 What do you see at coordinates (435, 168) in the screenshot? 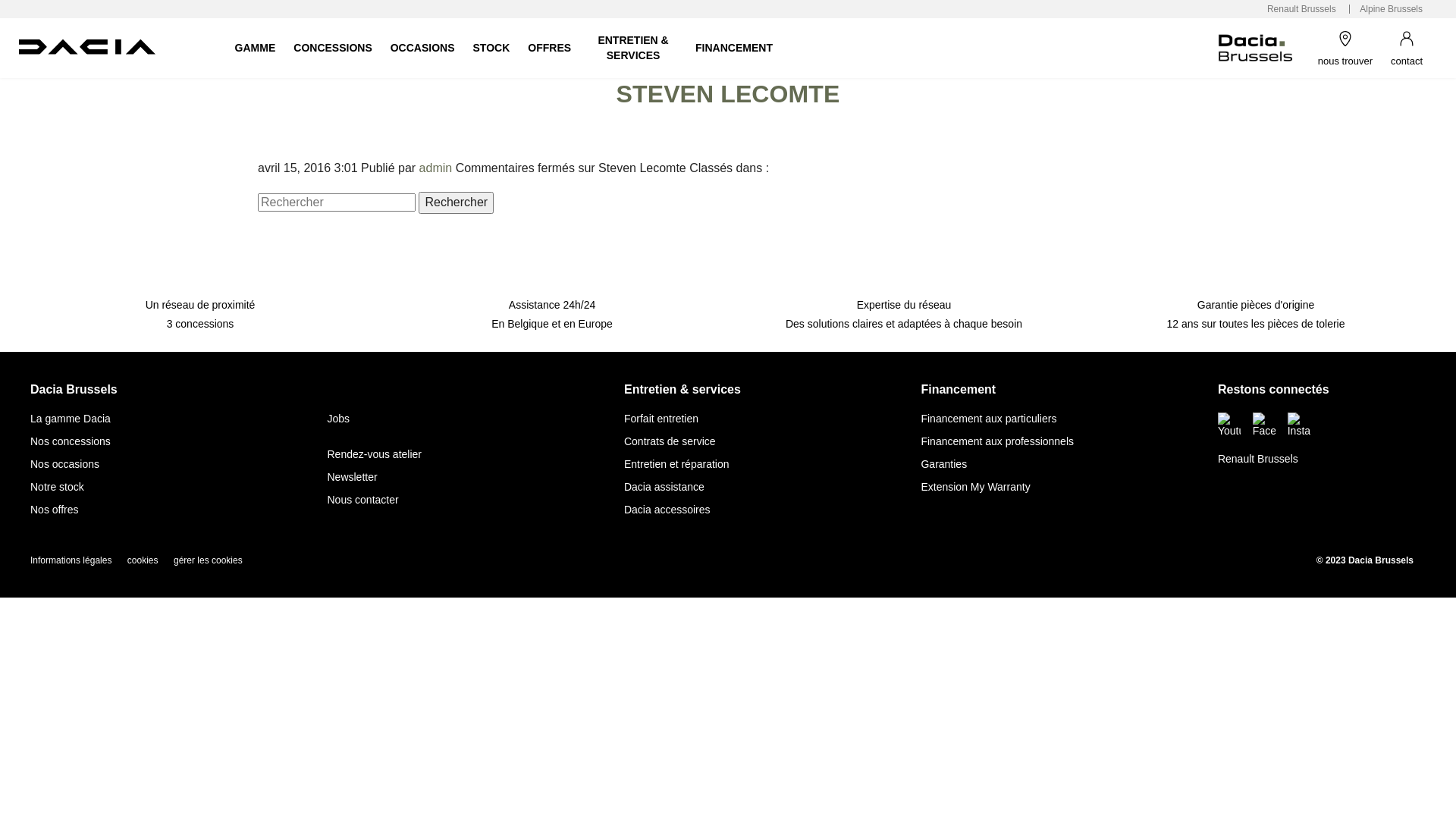
I see `'admin'` at bounding box center [435, 168].